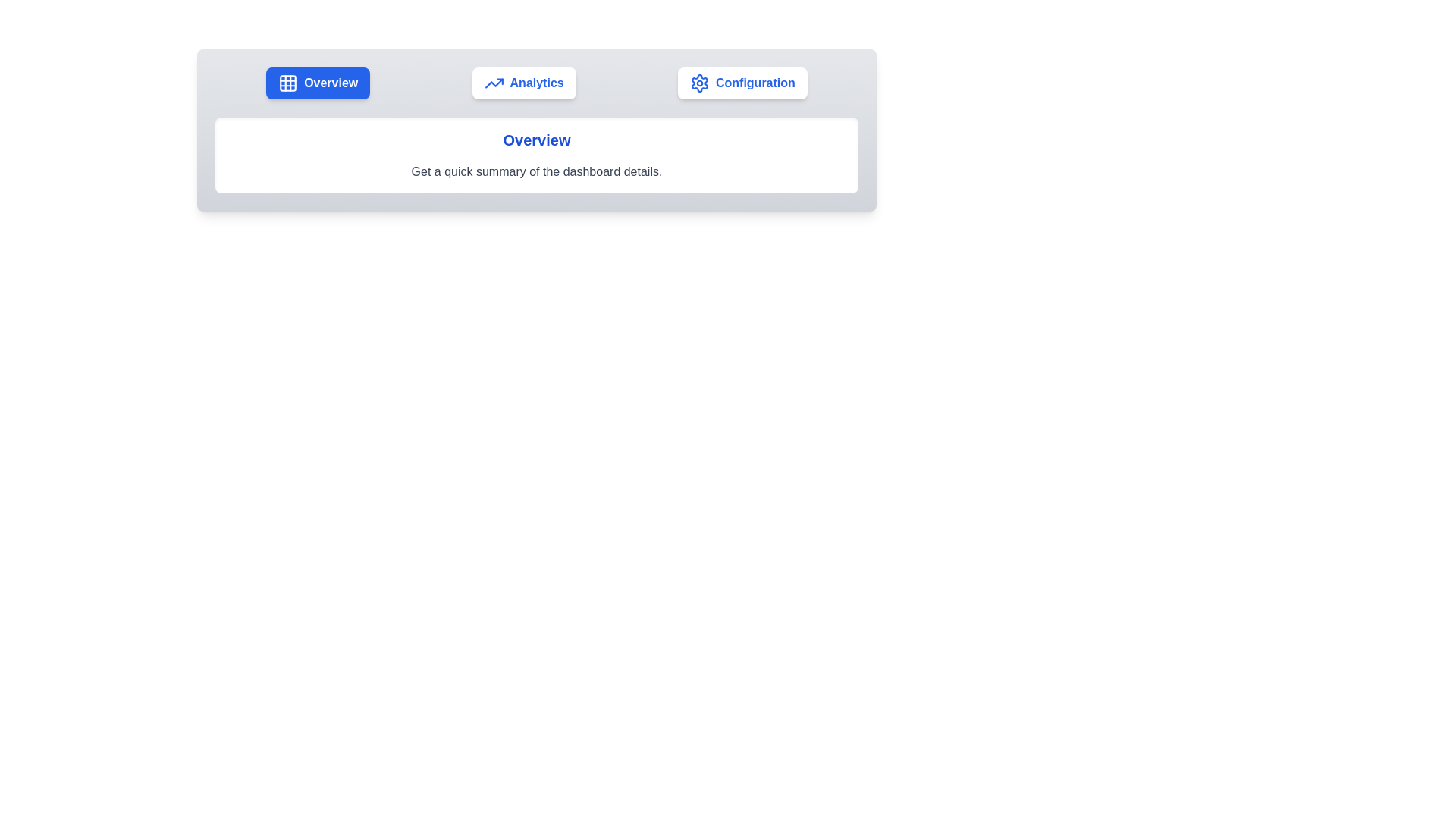 This screenshot has width=1456, height=819. I want to click on the Analytics tab by clicking on it, so click(524, 83).